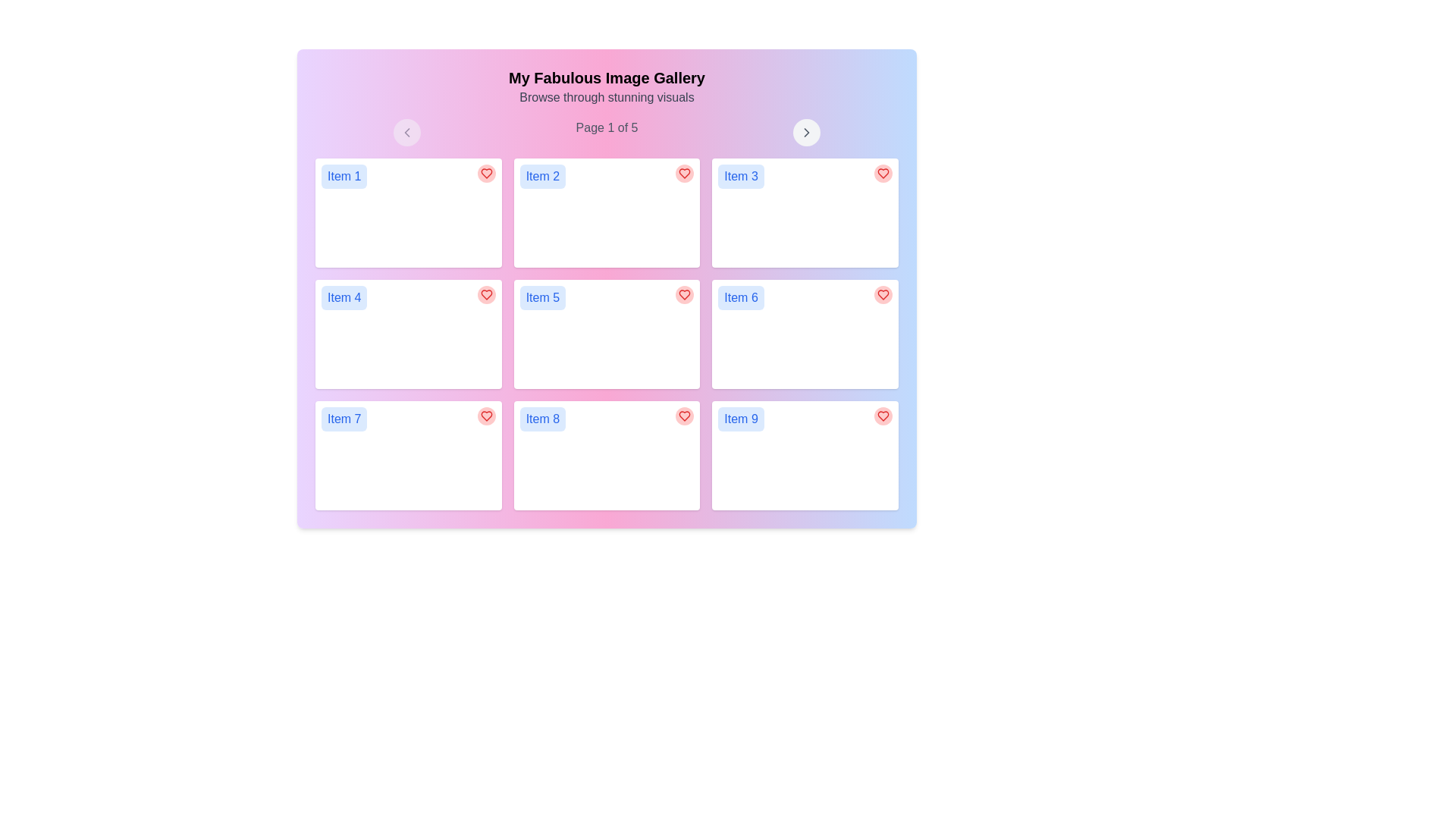 The height and width of the screenshot is (819, 1456). I want to click on the text label that indicates the current page number and total number of pages in the paginator system, located centrally within the pink-to-purple gradient box beneath the title 'My Fabulous Image Gallery', so click(607, 131).